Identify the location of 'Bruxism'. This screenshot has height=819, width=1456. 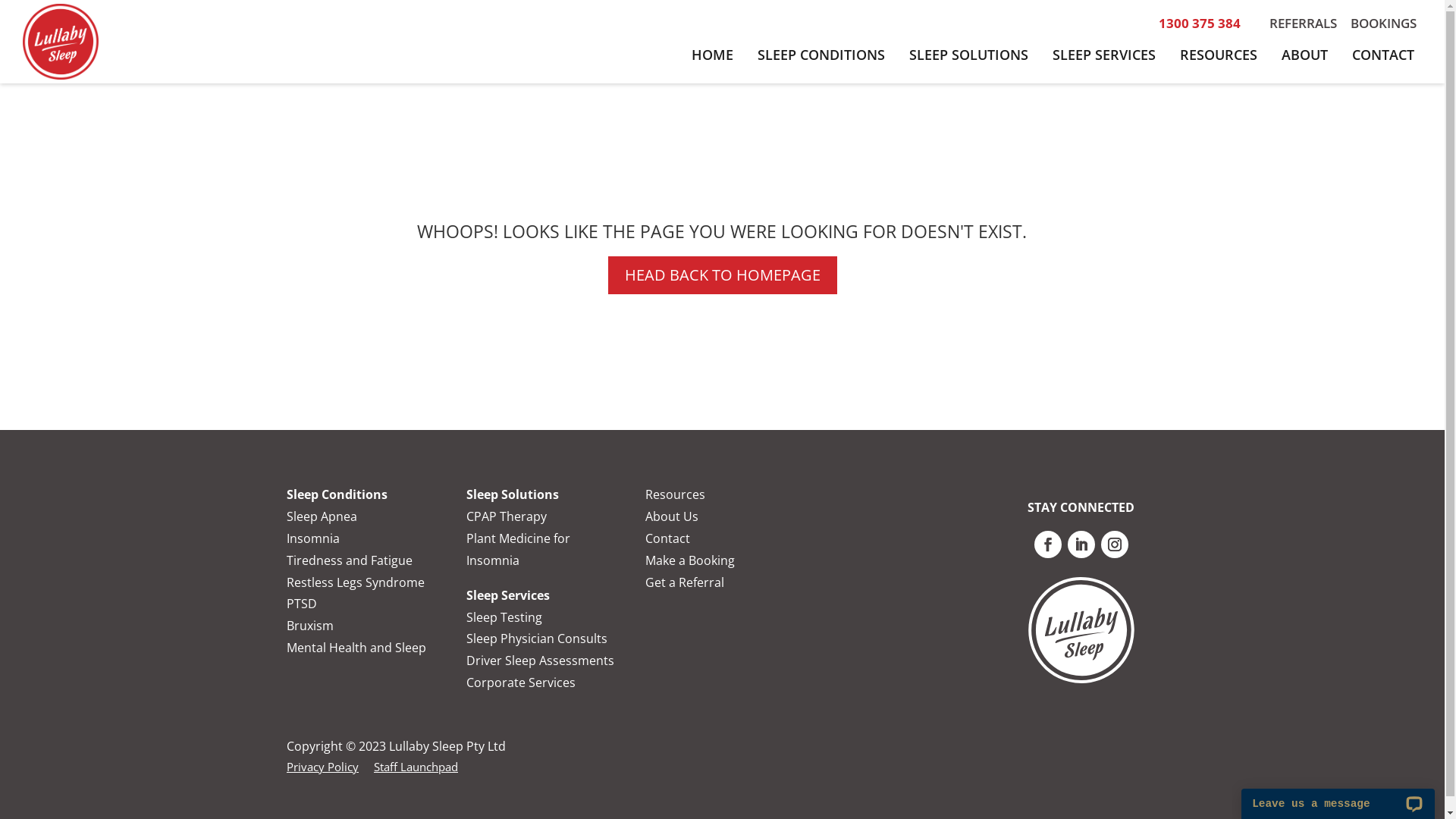
(309, 626).